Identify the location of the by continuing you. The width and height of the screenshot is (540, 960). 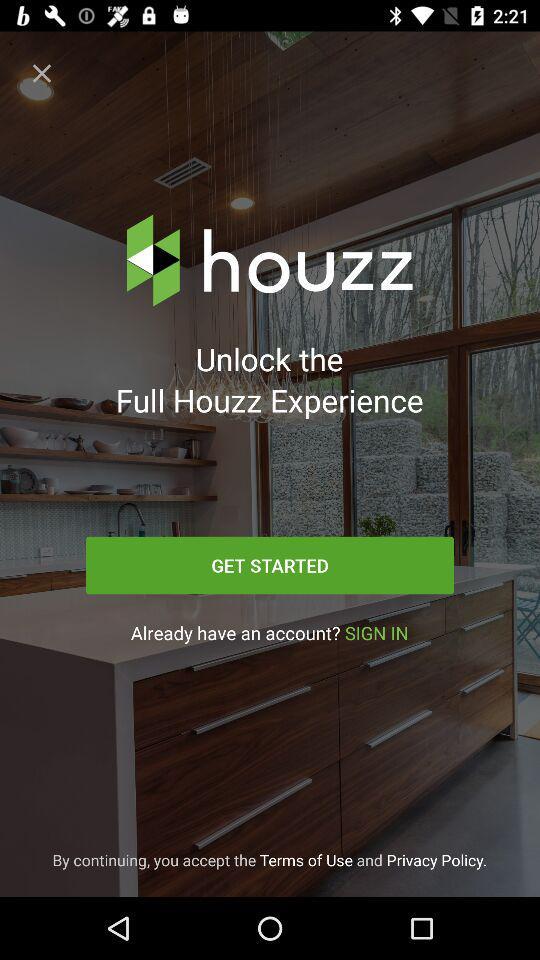
(269, 859).